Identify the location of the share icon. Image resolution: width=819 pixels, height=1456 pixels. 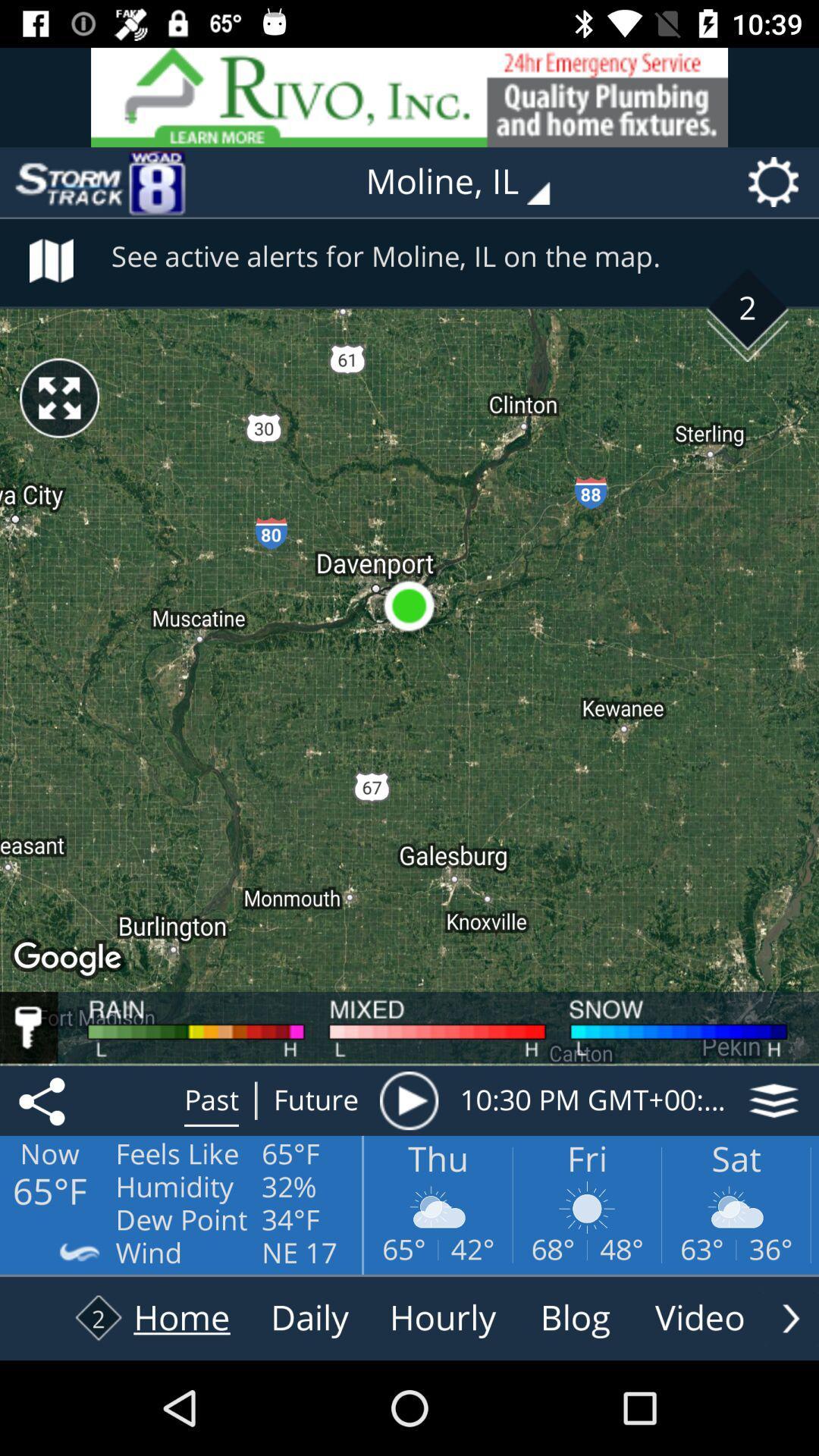
(44, 1100).